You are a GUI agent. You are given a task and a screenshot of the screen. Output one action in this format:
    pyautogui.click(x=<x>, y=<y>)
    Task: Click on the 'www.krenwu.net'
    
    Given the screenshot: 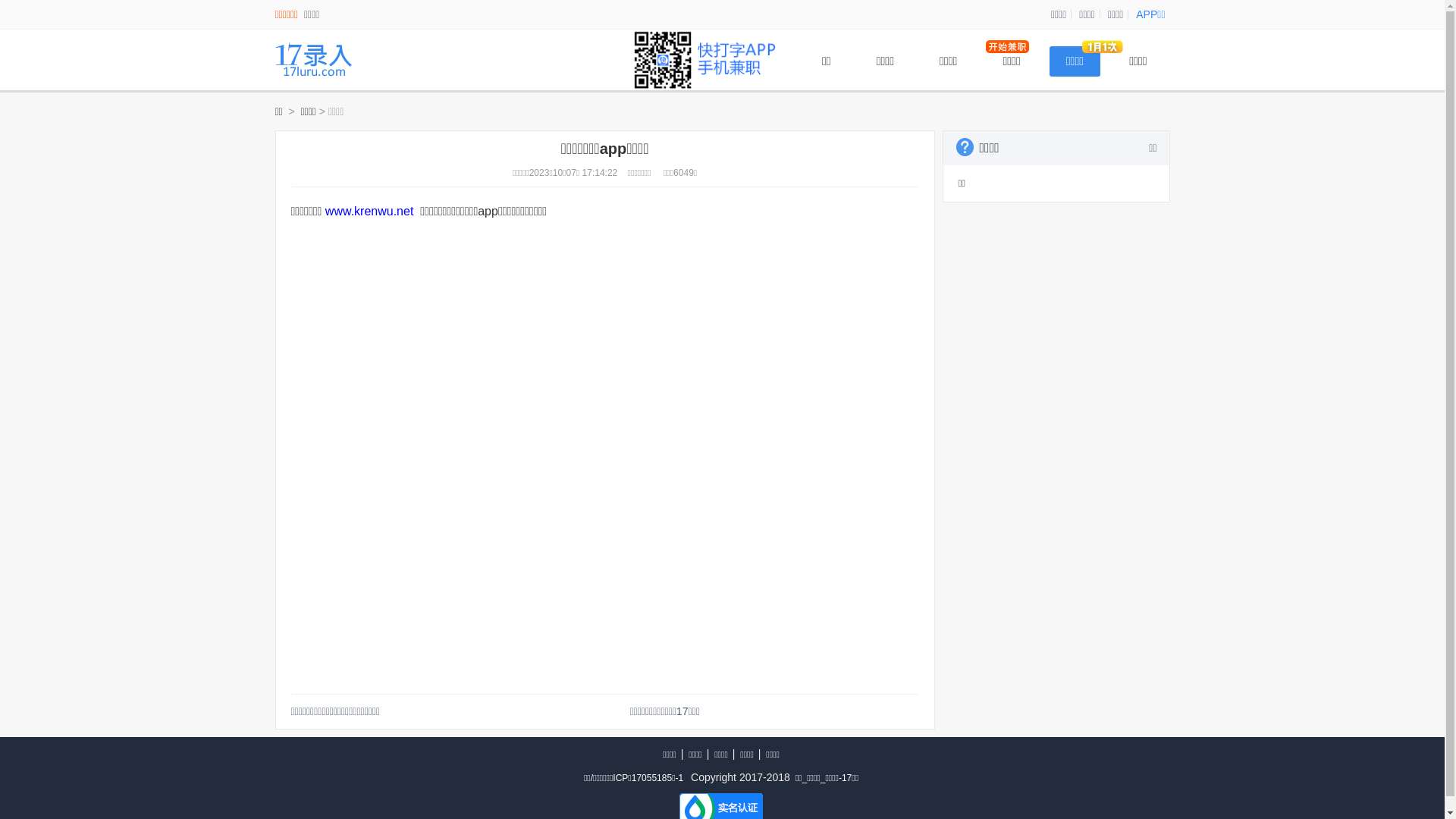 What is the action you would take?
    pyautogui.click(x=369, y=211)
    